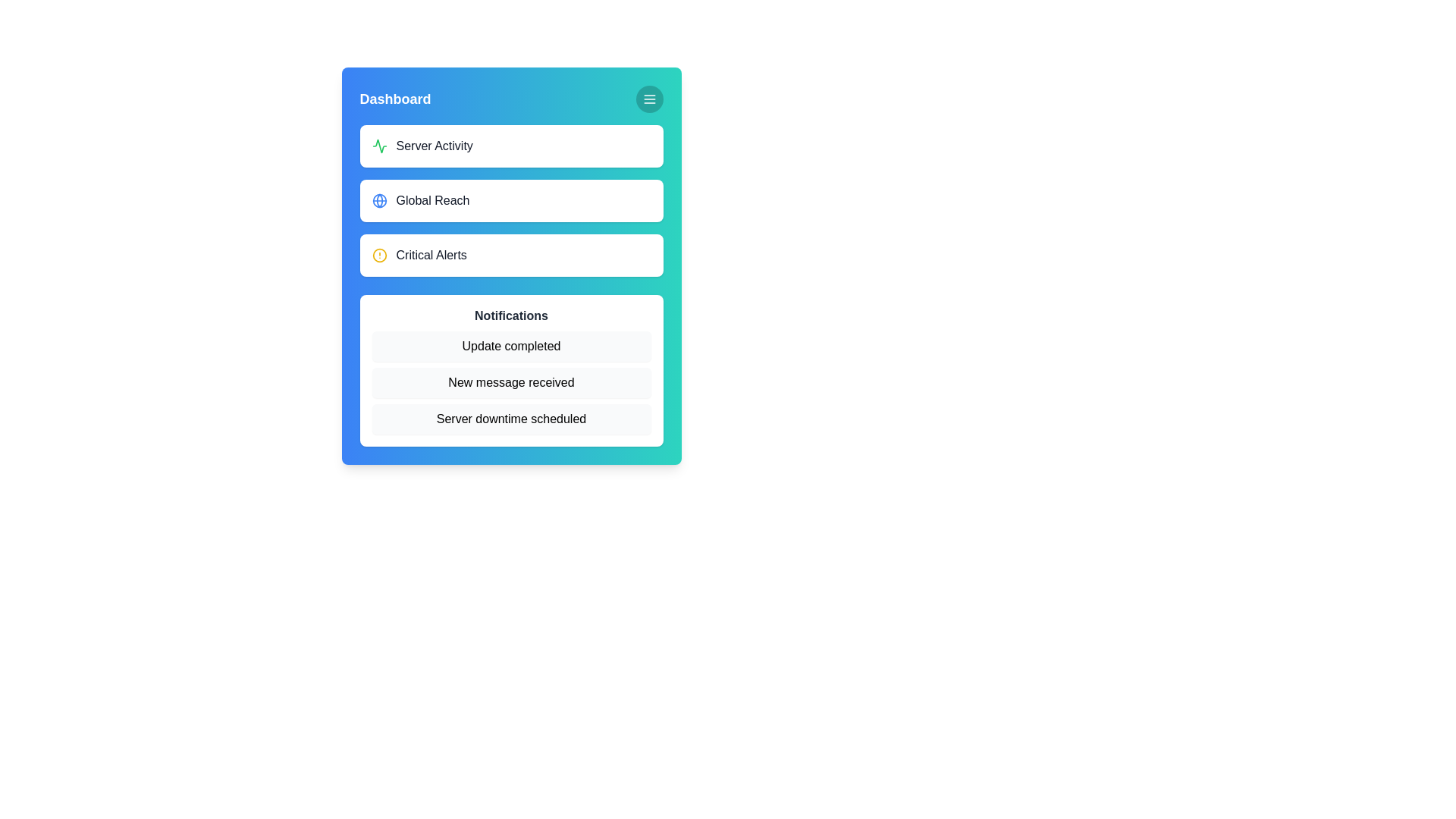 The width and height of the screenshot is (1456, 819). What do you see at coordinates (431, 254) in the screenshot?
I see `text label that identifies the card as representing the 'Critical Alerts' section within the application interface, located in the middle of the blue interface` at bounding box center [431, 254].